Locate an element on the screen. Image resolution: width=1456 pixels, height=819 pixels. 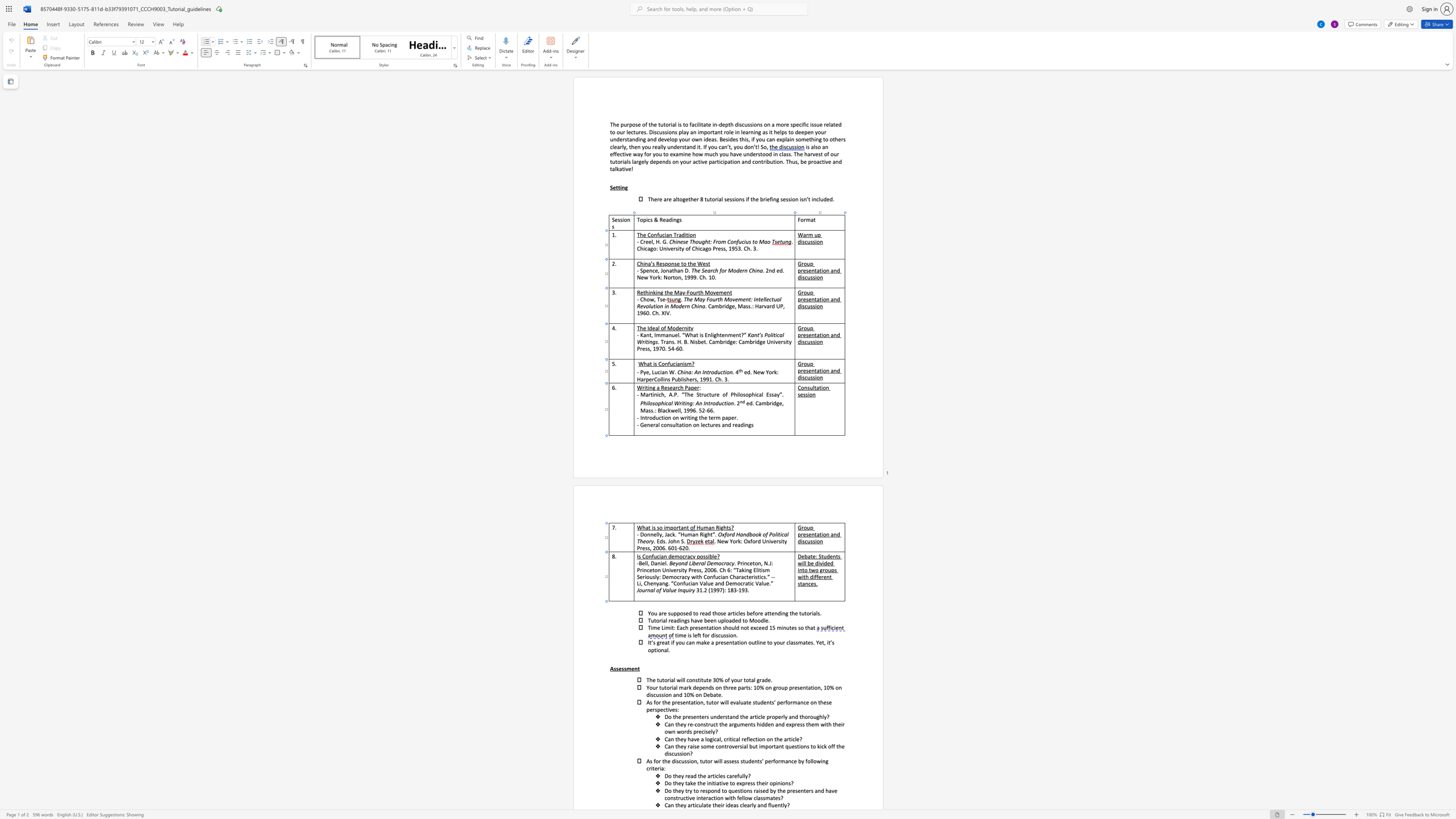
the 1th character "t" in the text is located at coordinates (638, 668).